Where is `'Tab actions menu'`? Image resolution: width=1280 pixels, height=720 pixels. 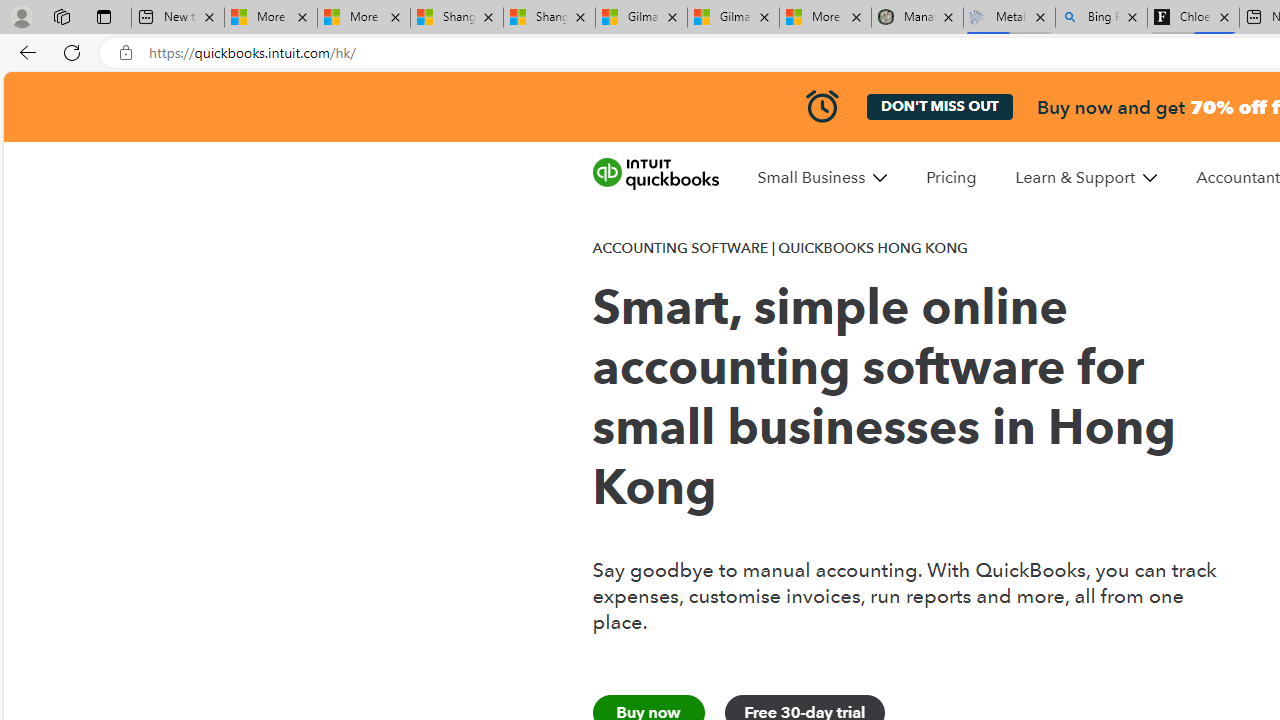 'Tab actions menu' is located at coordinates (103, 16).